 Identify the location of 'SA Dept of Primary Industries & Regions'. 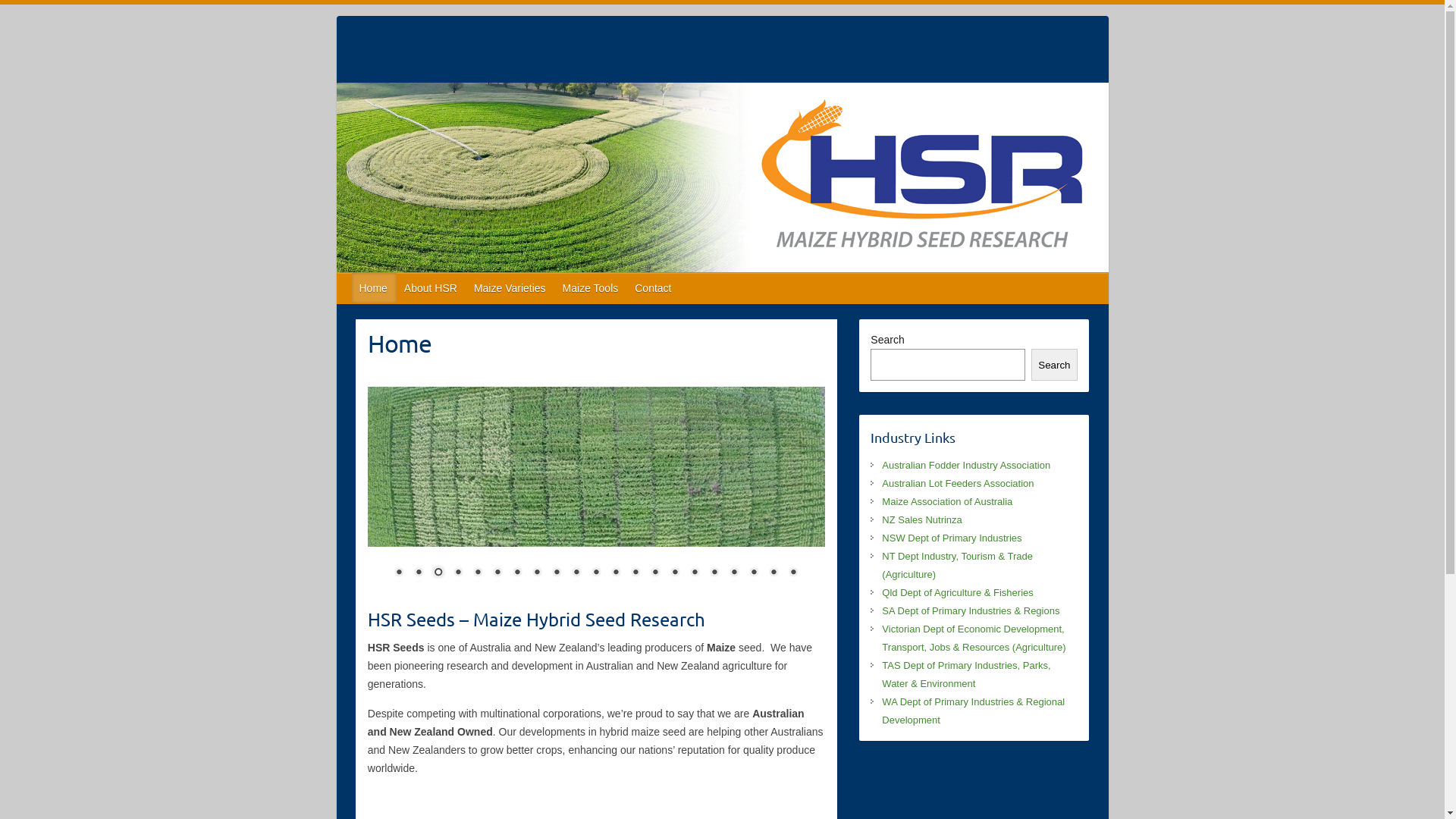
(971, 610).